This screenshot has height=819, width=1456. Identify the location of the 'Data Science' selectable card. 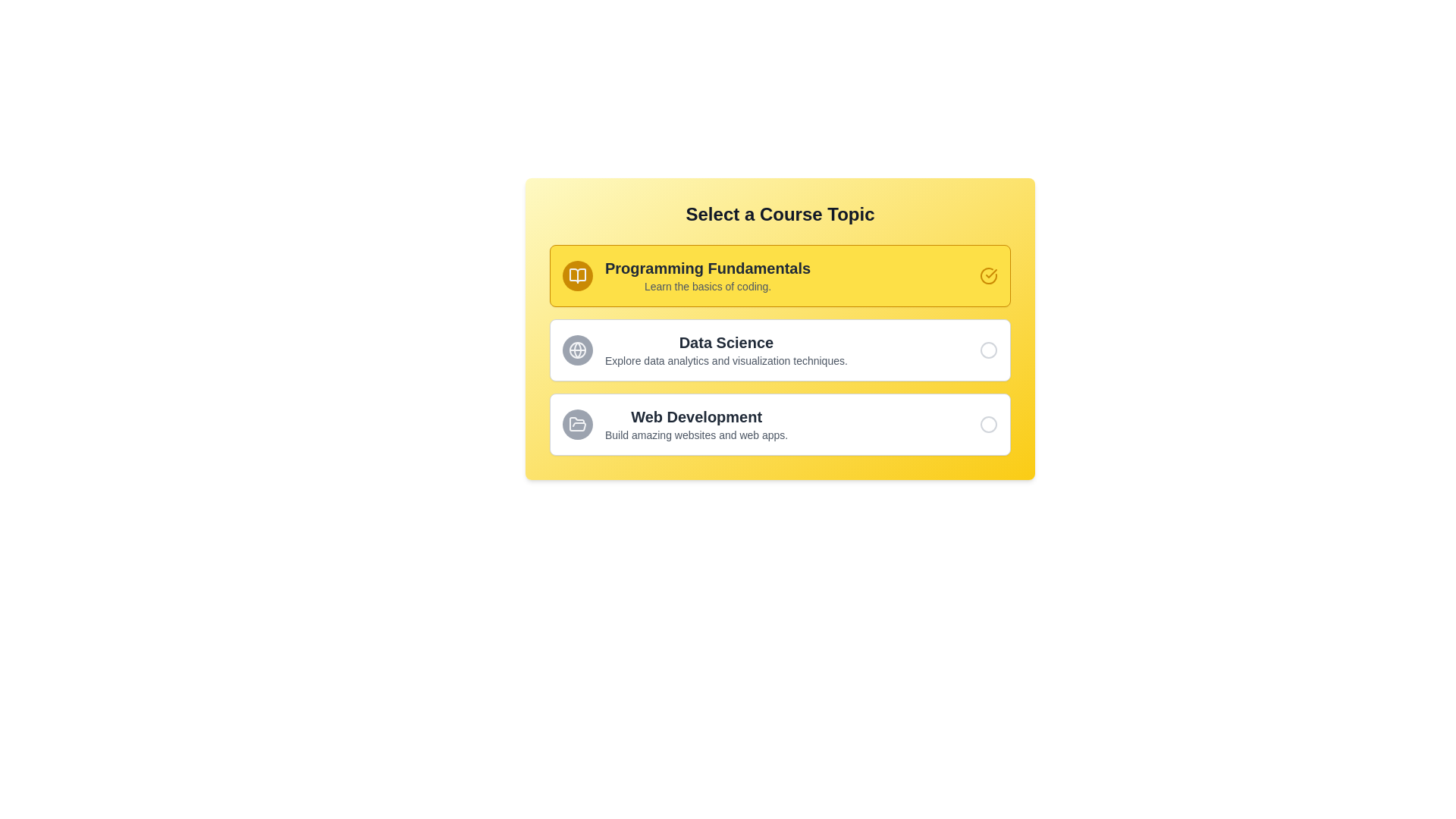
(780, 350).